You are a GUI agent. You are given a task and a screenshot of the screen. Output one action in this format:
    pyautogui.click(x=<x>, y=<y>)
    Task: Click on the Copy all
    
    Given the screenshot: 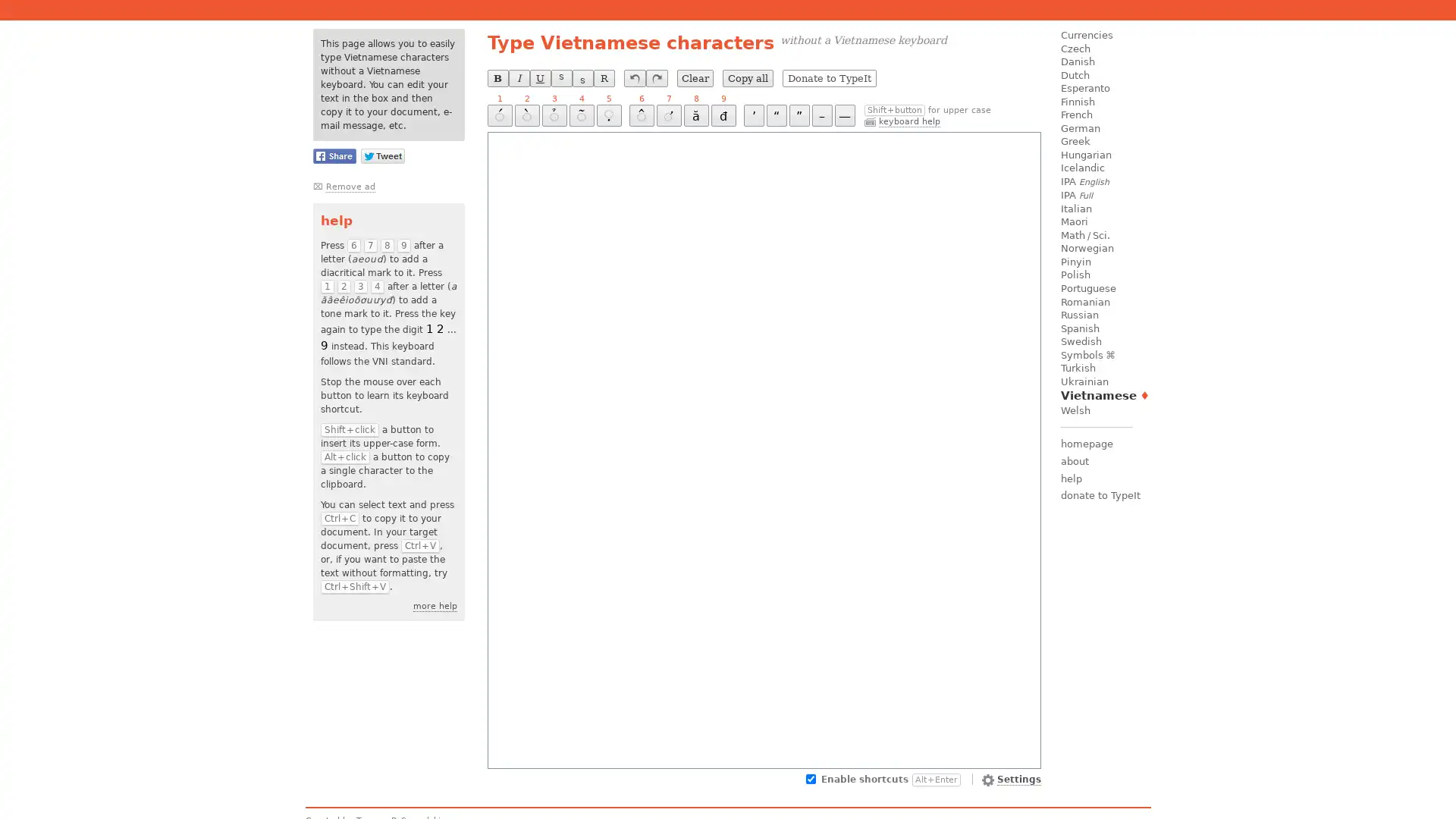 What is the action you would take?
    pyautogui.click(x=747, y=78)
    